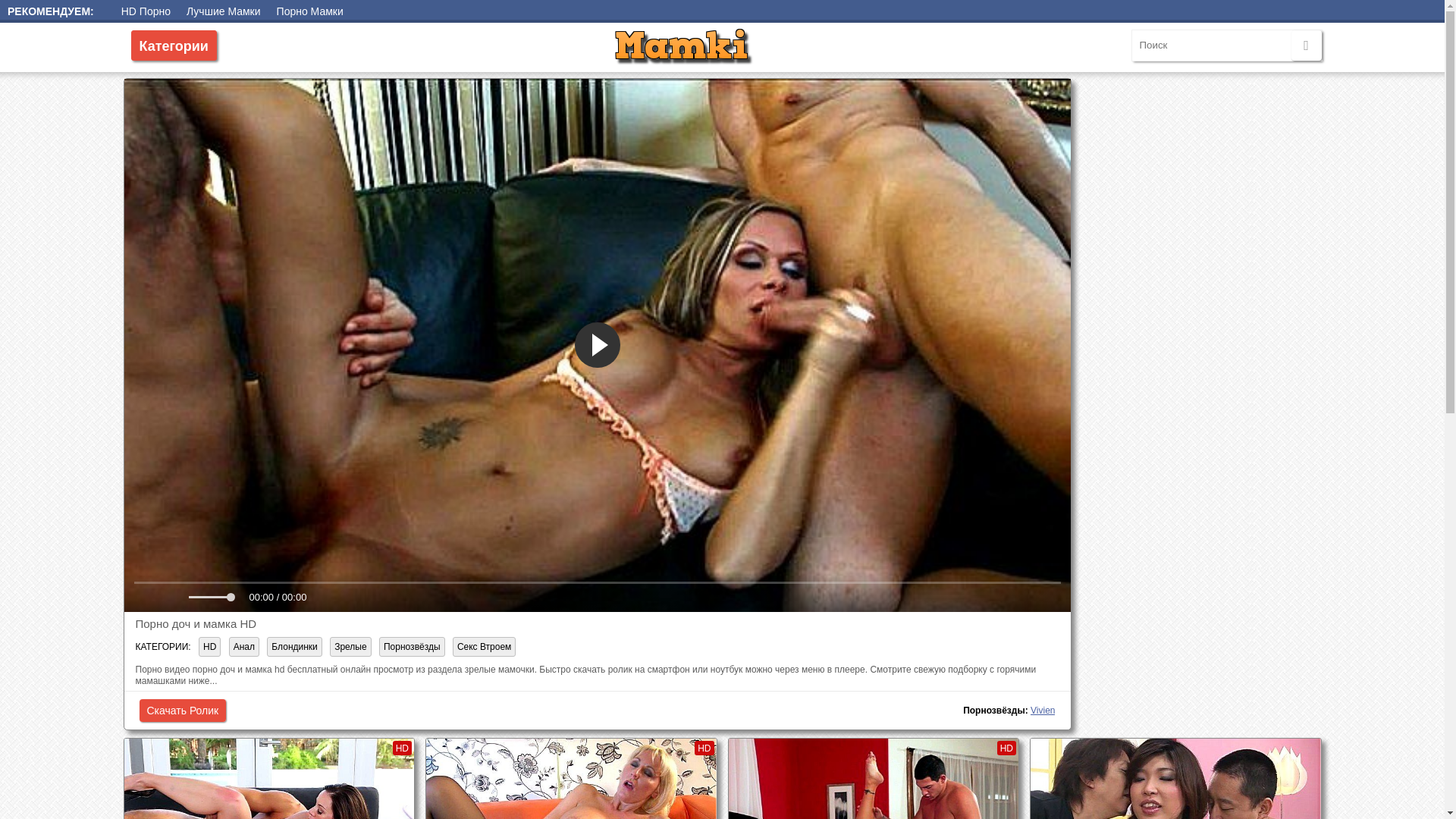  What do you see at coordinates (209, 646) in the screenshot?
I see `'HD'` at bounding box center [209, 646].